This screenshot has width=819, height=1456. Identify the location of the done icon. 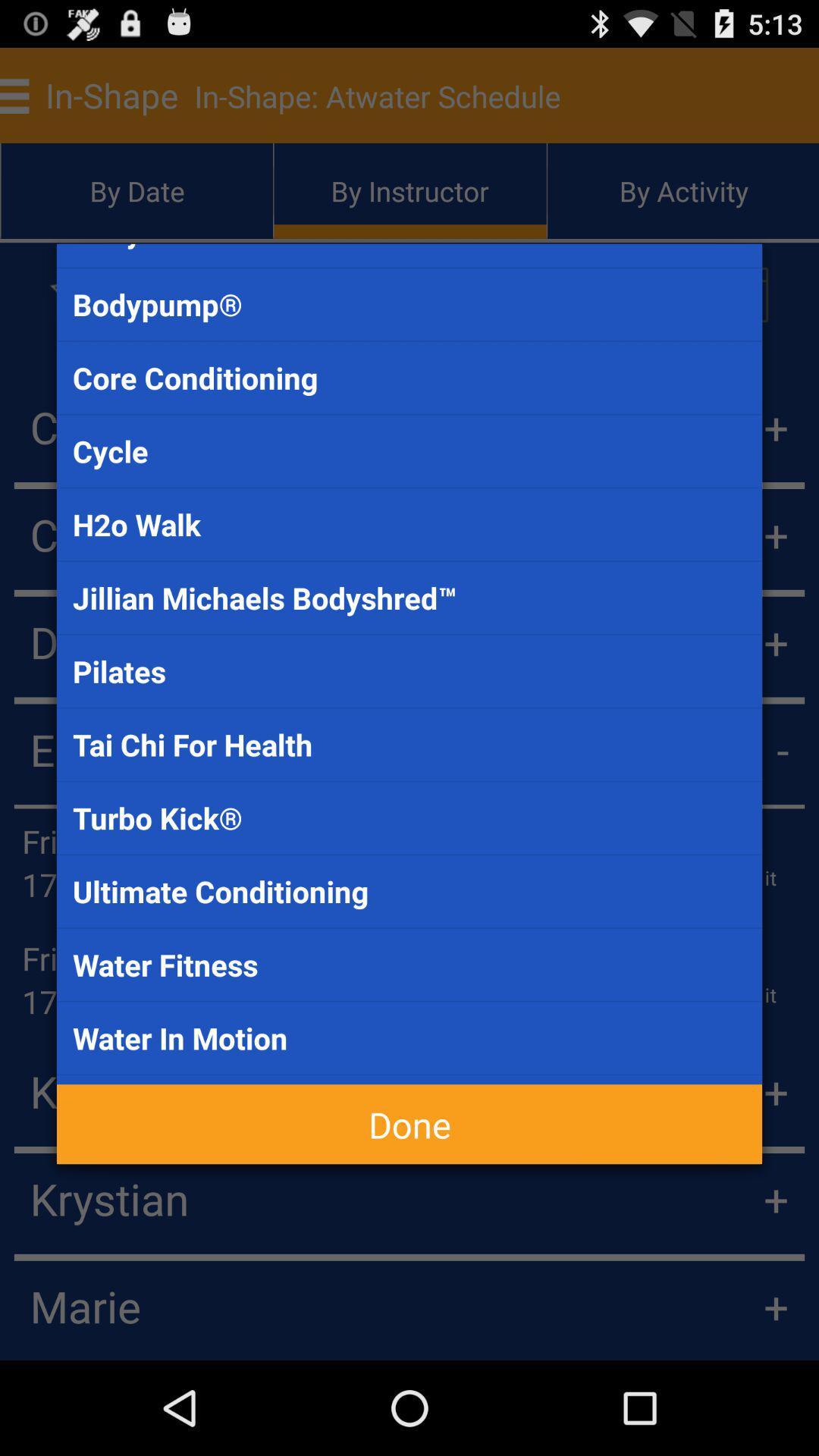
(409, 1124).